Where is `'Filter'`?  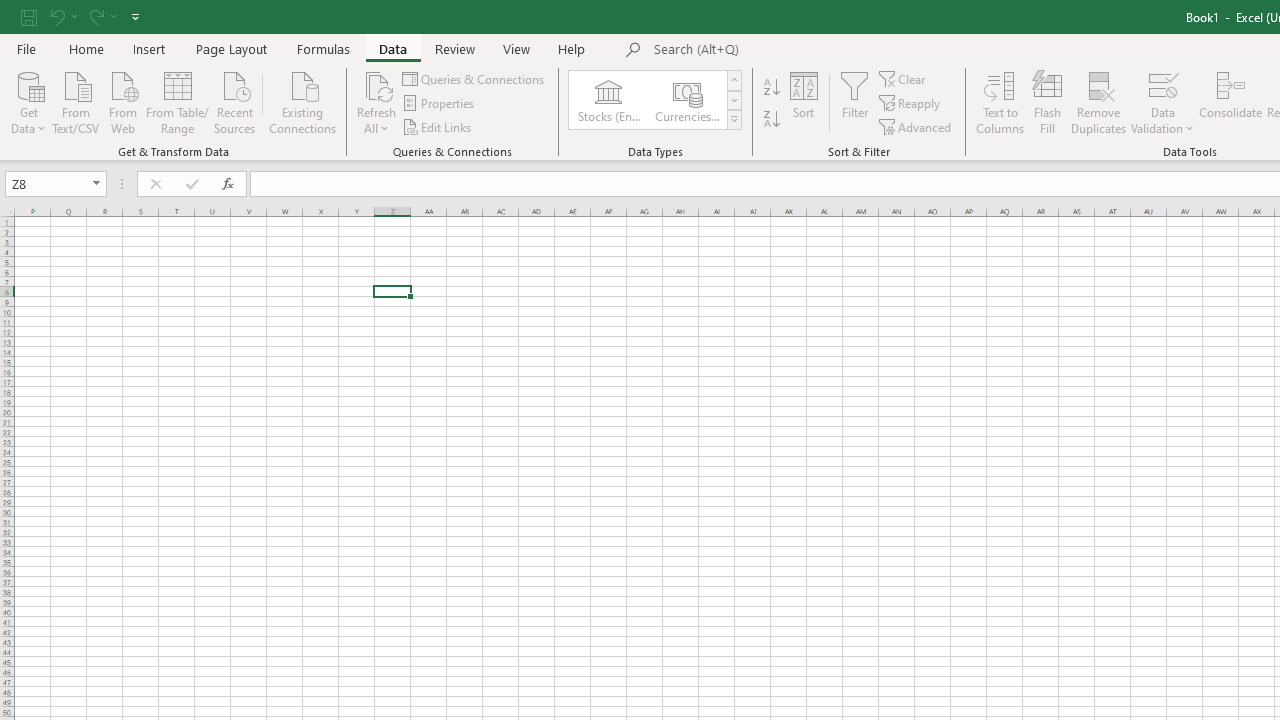 'Filter' is located at coordinates (855, 103).